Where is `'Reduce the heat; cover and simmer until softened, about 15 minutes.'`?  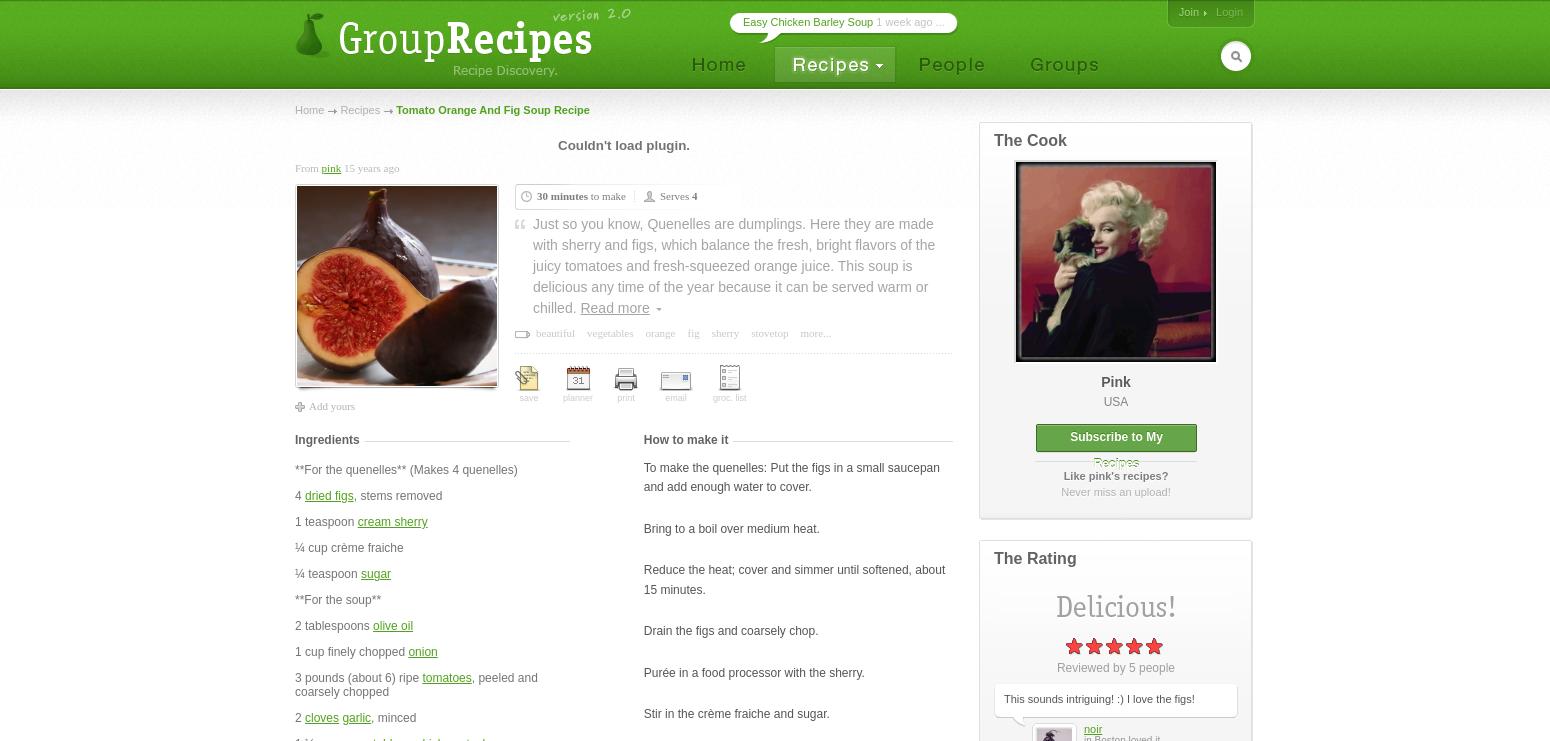 'Reduce the heat; cover and simmer until softened, about 15 minutes.' is located at coordinates (793, 578).